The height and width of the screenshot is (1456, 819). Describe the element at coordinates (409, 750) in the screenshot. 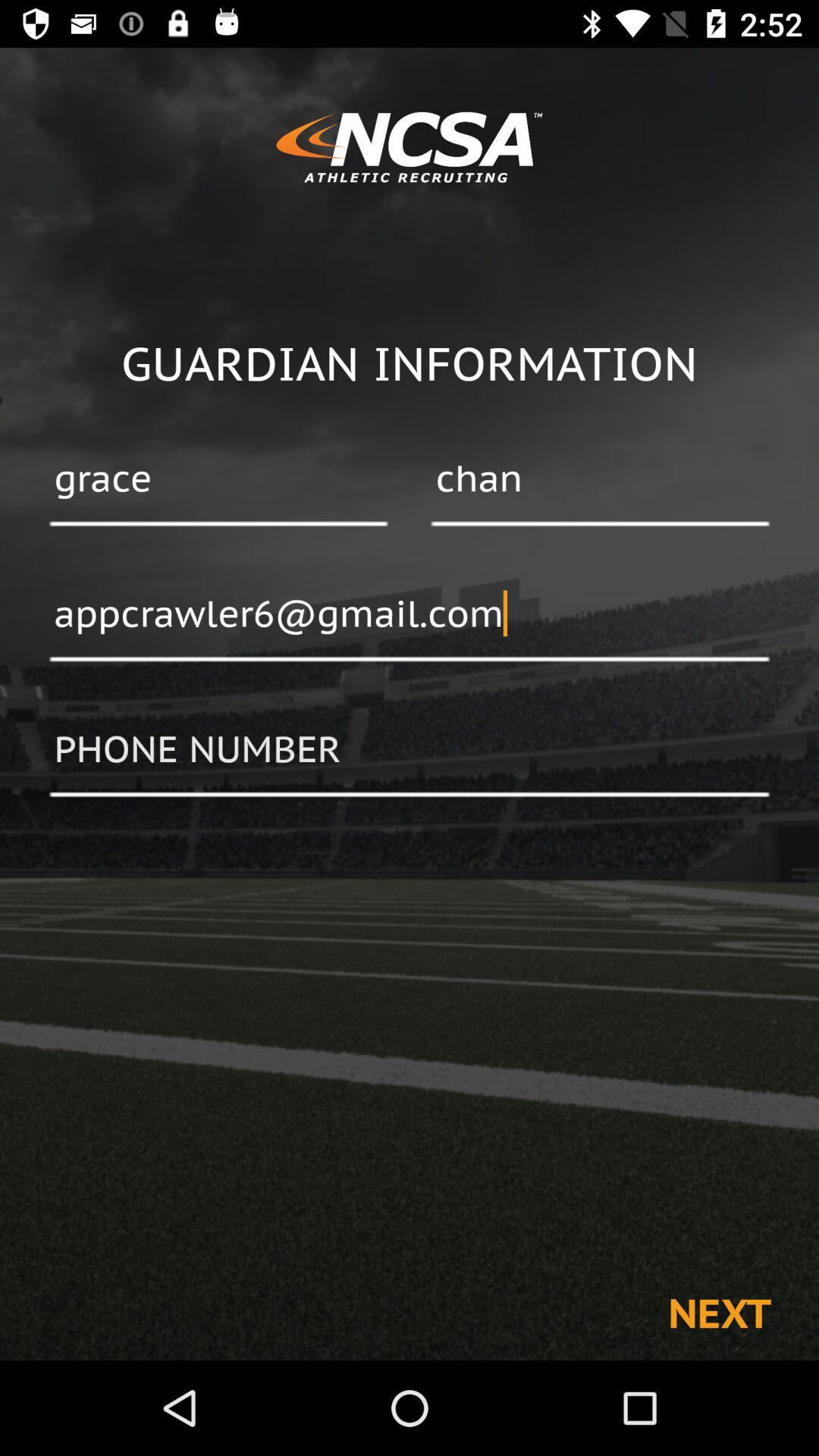

I see `the icon below appcrawler6@gmail.com item` at that location.